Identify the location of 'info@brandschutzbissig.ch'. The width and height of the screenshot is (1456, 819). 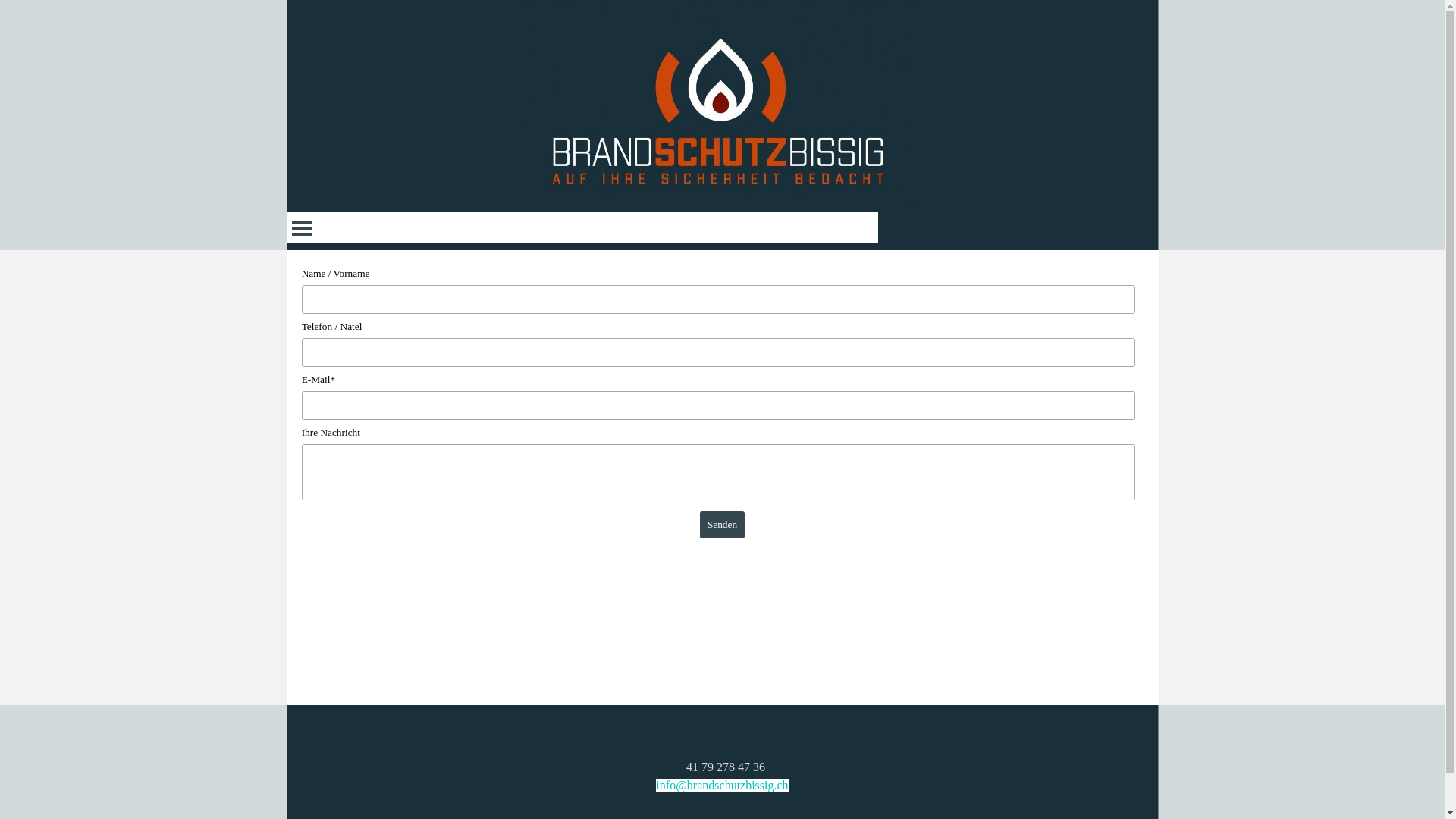
(720, 785).